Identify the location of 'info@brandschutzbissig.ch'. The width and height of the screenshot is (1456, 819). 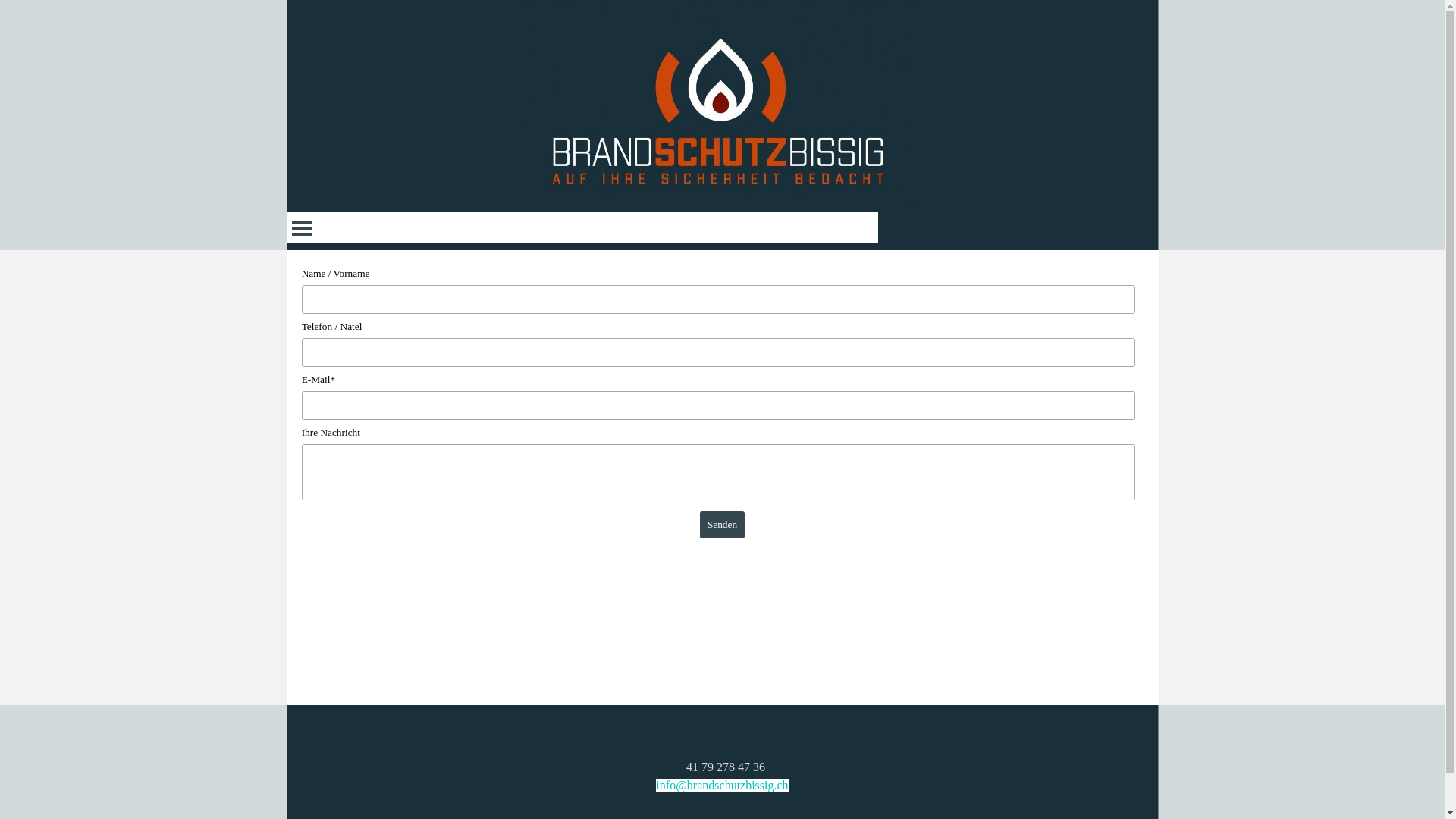
(720, 785).